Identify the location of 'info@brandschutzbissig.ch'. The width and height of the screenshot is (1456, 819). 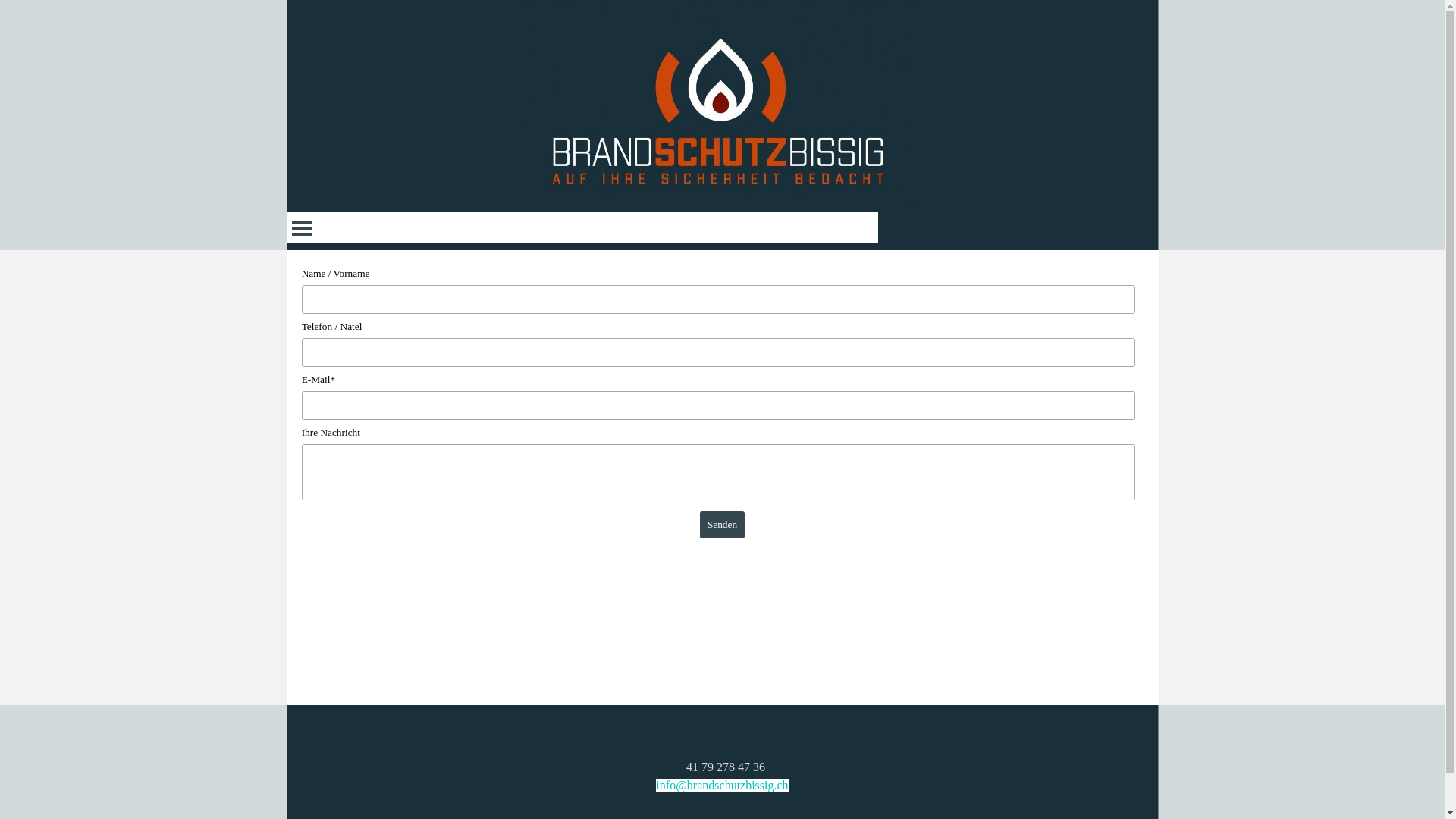
(720, 785).